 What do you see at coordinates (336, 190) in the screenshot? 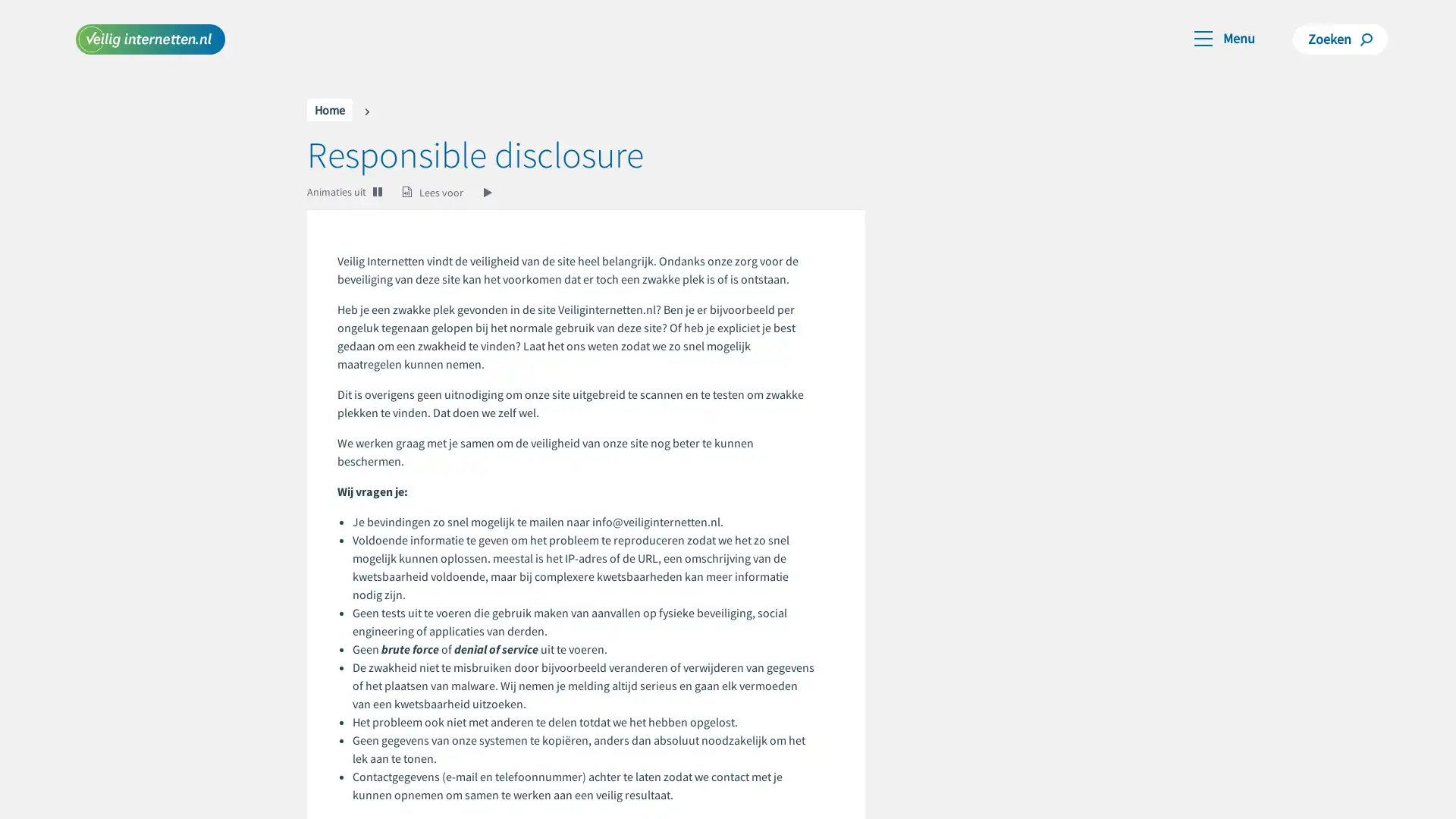
I see `Animaties uit` at bounding box center [336, 190].